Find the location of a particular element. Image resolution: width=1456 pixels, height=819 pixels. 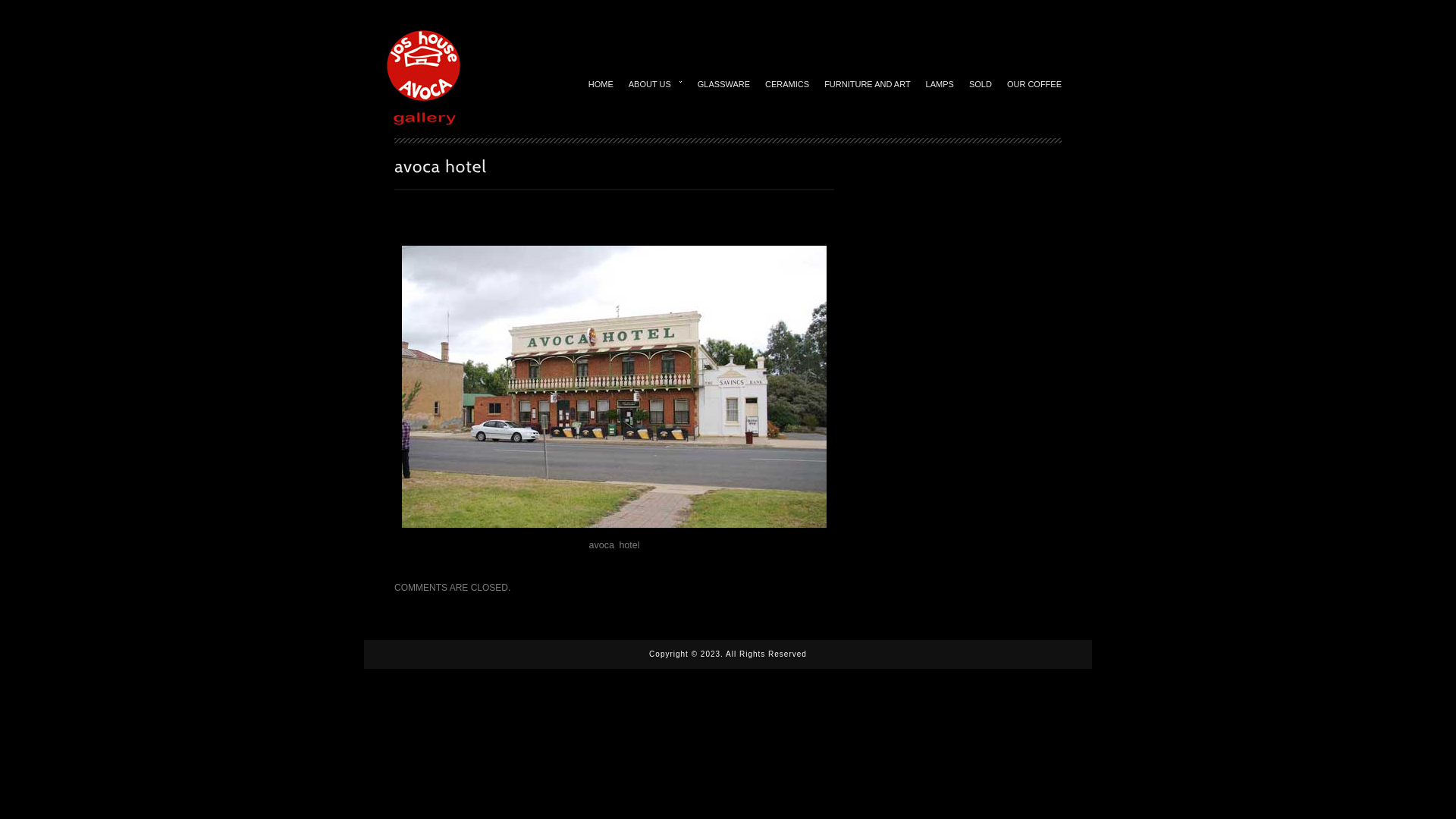

'GLASSWARE' is located at coordinates (689, 82).